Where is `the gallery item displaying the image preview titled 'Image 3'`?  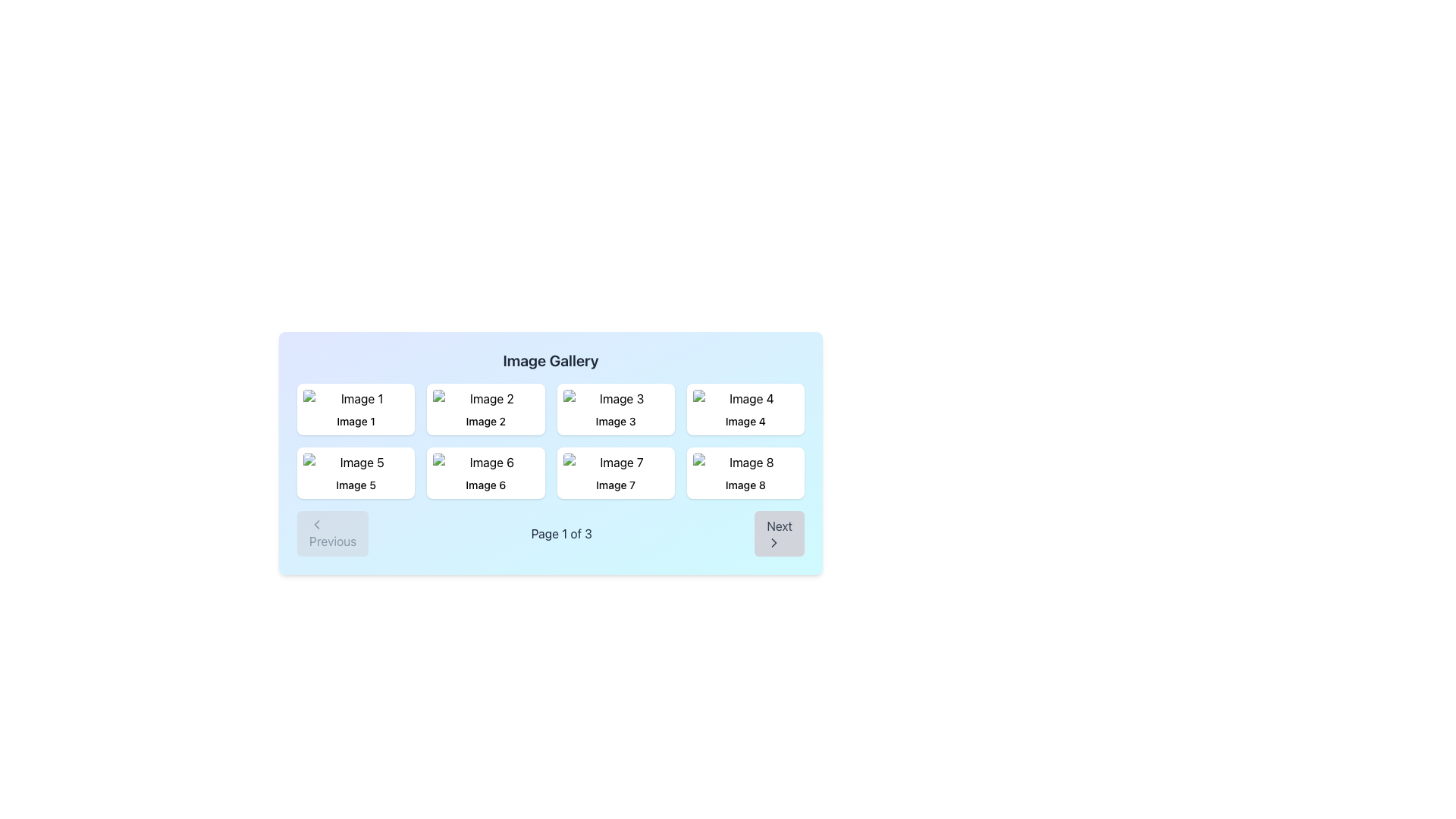
the gallery item displaying the image preview titled 'Image 3' is located at coordinates (616, 409).